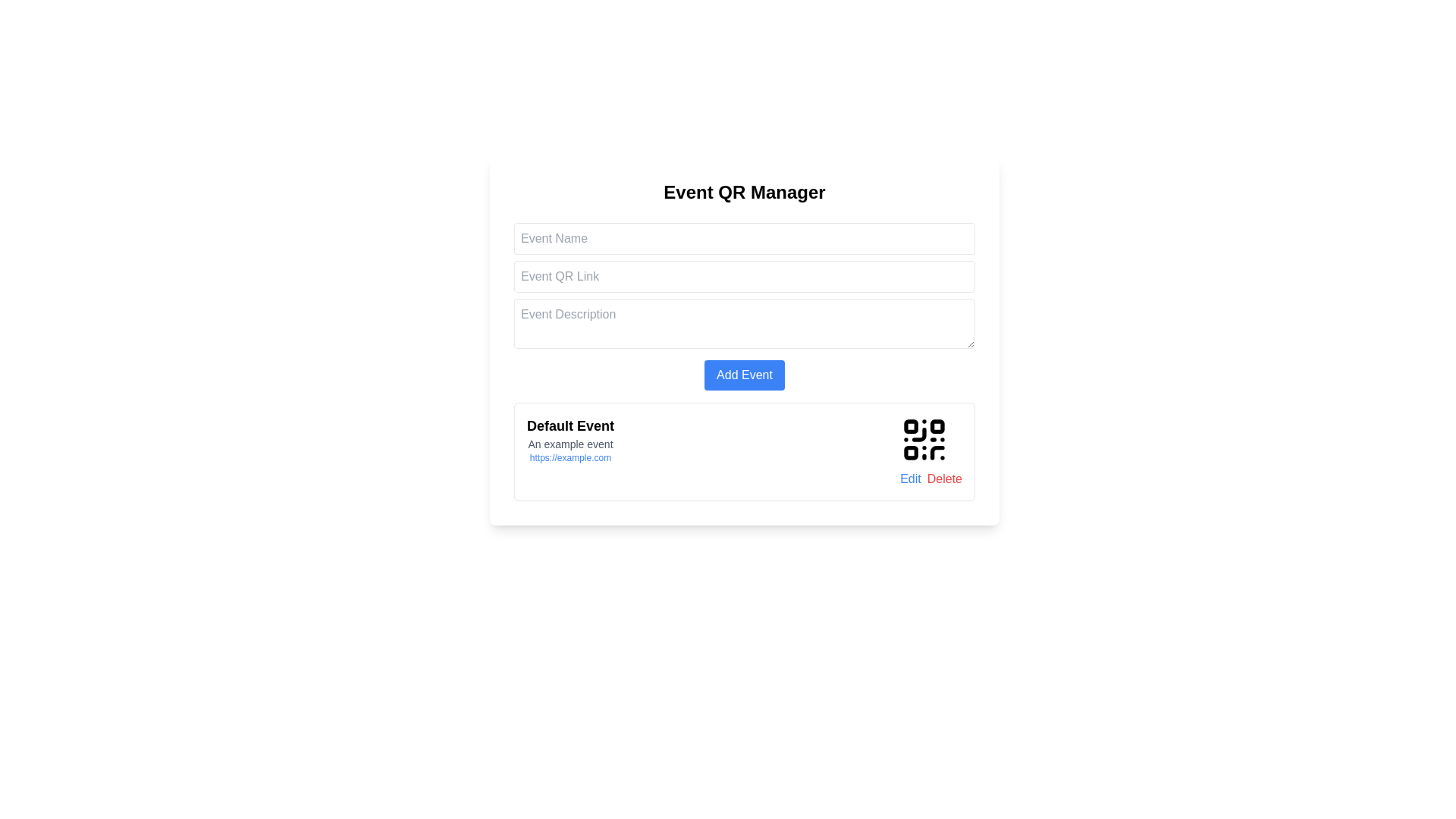 This screenshot has width=1456, height=819. What do you see at coordinates (924, 439) in the screenshot?
I see `the stylized QR code icon located on the right side of the 'Default Event' panel, above the 'Edit' and 'Delete' text links, for interaction if permitted` at bounding box center [924, 439].